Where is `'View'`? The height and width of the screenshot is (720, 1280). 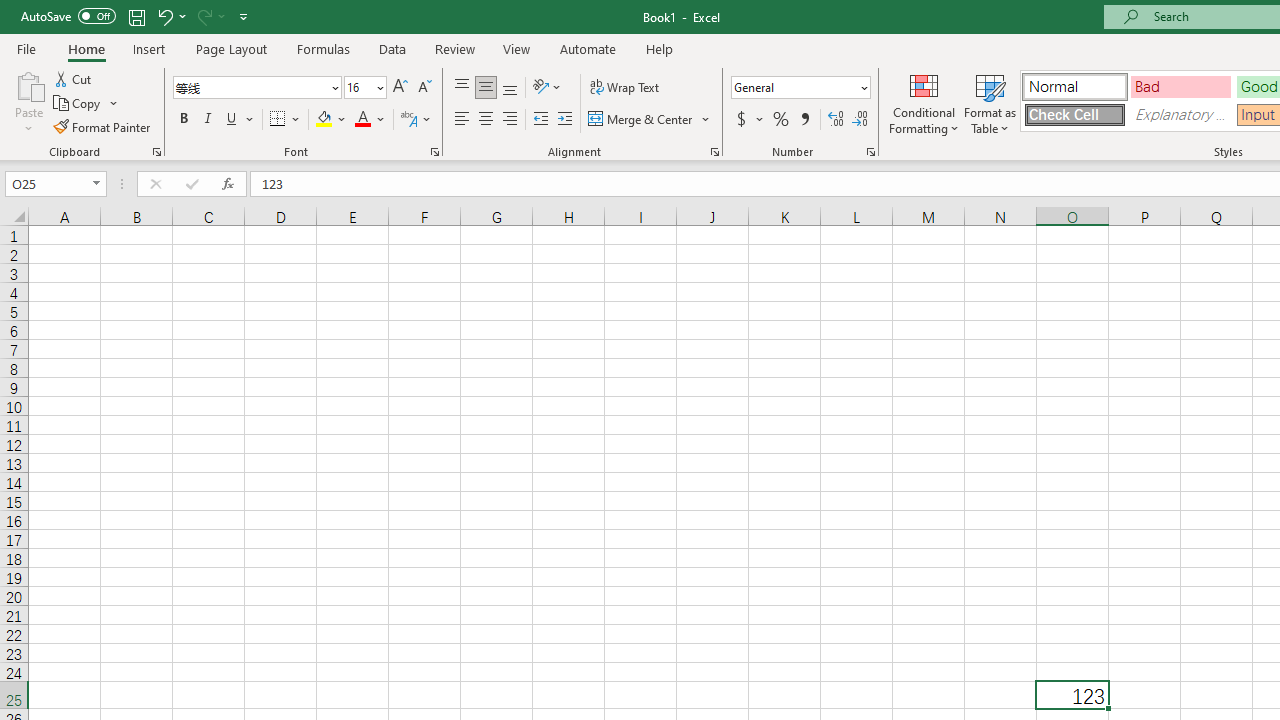
'View' is located at coordinates (517, 48).